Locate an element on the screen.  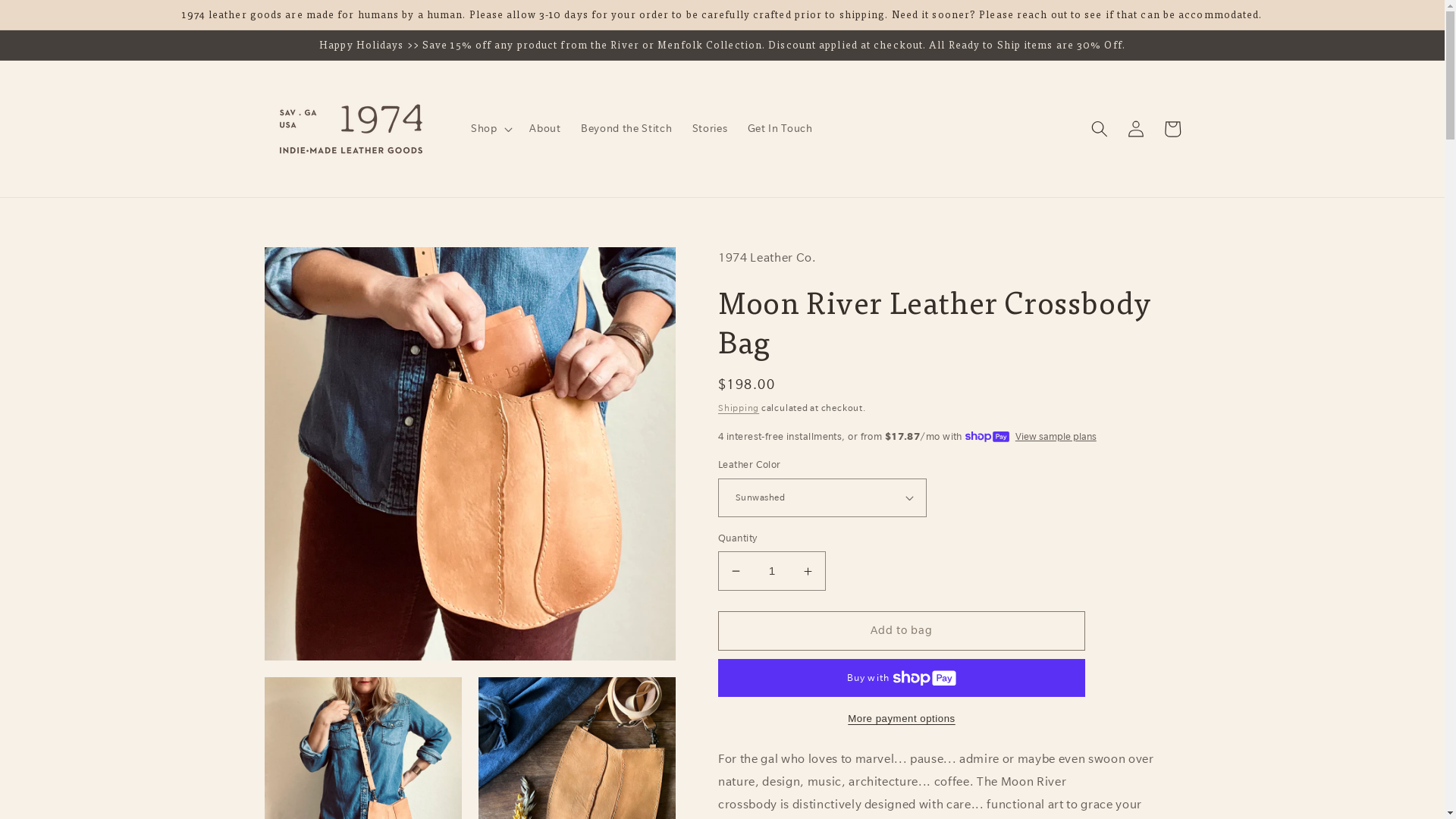
'Increase quantity for Moon River Leather Crossbody Bag' is located at coordinates (807, 570).